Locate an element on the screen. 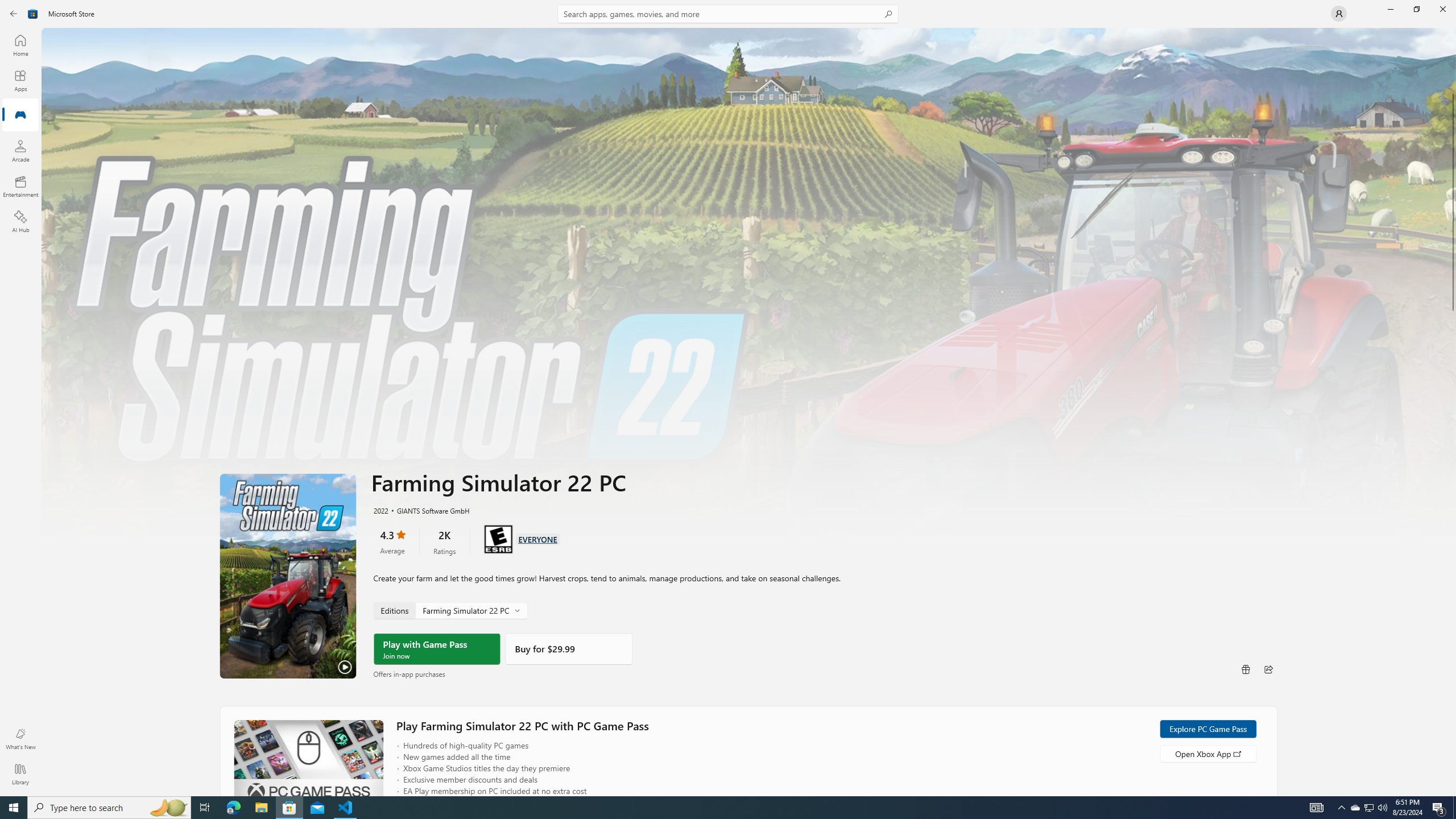  'Vertical Small Increase' is located at coordinates (1451, 792).